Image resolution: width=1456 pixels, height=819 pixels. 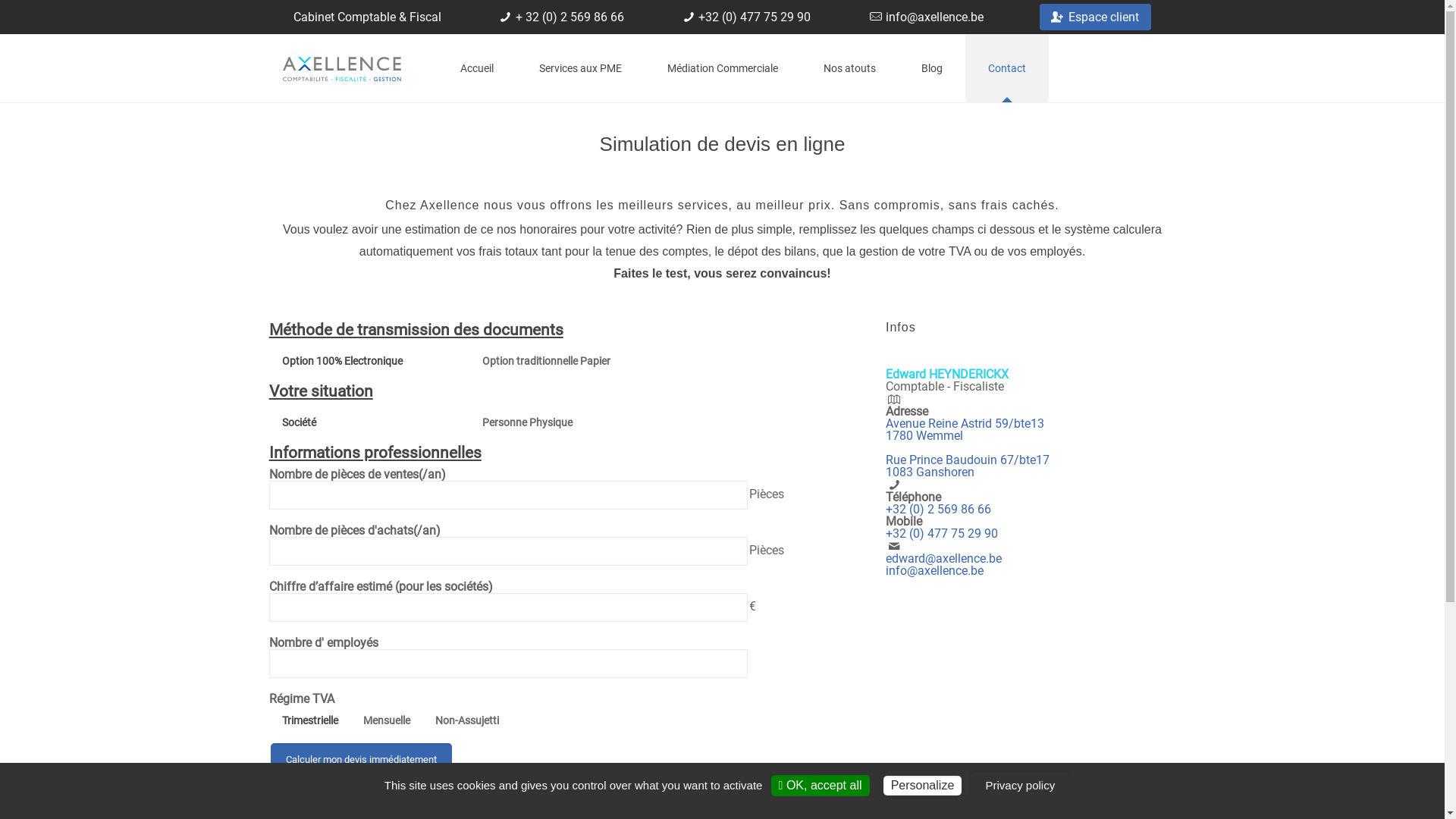 I want to click on 'Rue Prince Baudouin 67/bte17, so click(x=967, y=465).